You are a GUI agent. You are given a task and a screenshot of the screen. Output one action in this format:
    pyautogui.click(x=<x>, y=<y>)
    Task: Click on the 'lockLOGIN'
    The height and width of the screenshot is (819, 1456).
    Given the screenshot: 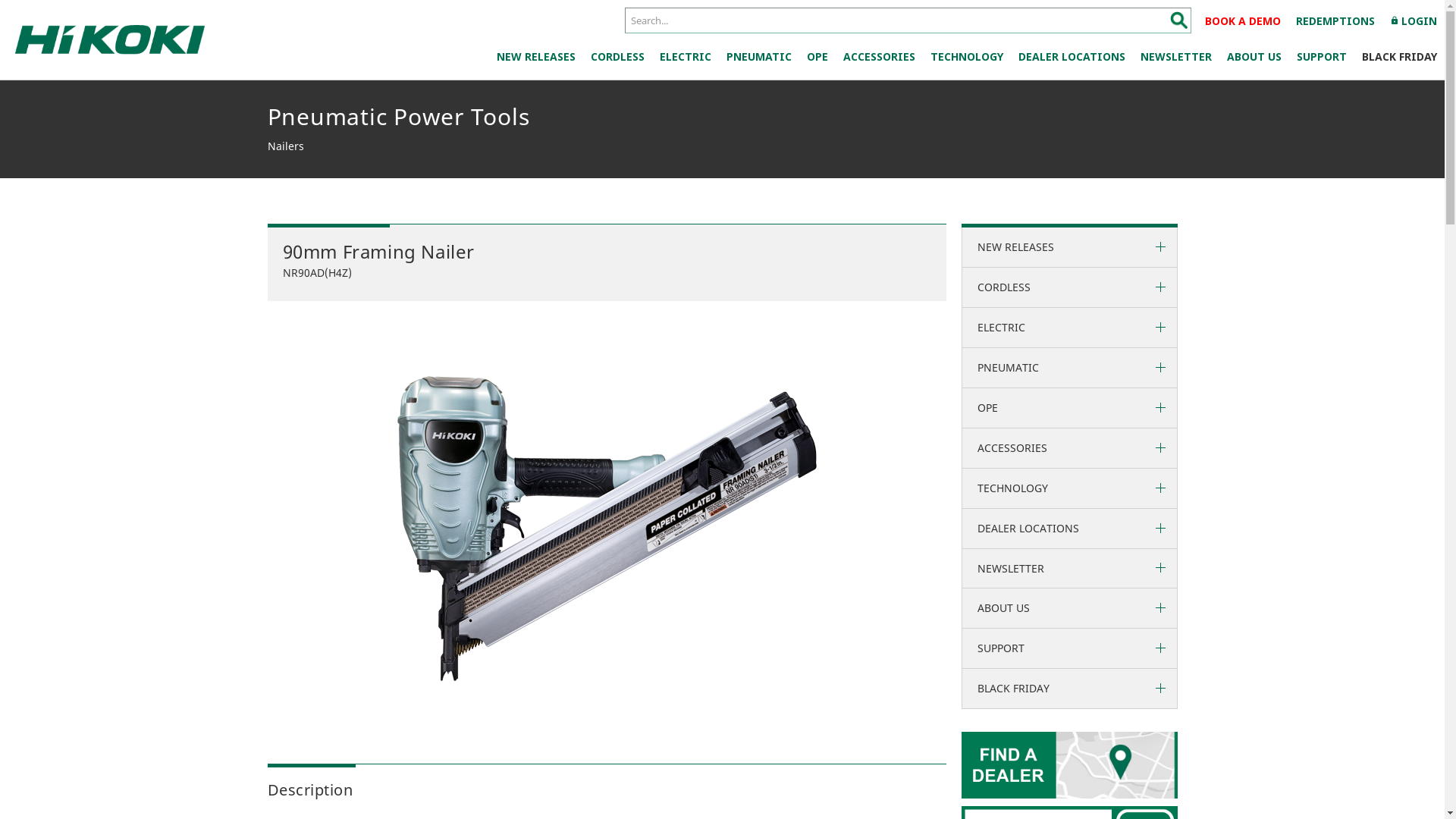 What is the action you would take?
    pyautogui.click(x=1412, y=20)
    